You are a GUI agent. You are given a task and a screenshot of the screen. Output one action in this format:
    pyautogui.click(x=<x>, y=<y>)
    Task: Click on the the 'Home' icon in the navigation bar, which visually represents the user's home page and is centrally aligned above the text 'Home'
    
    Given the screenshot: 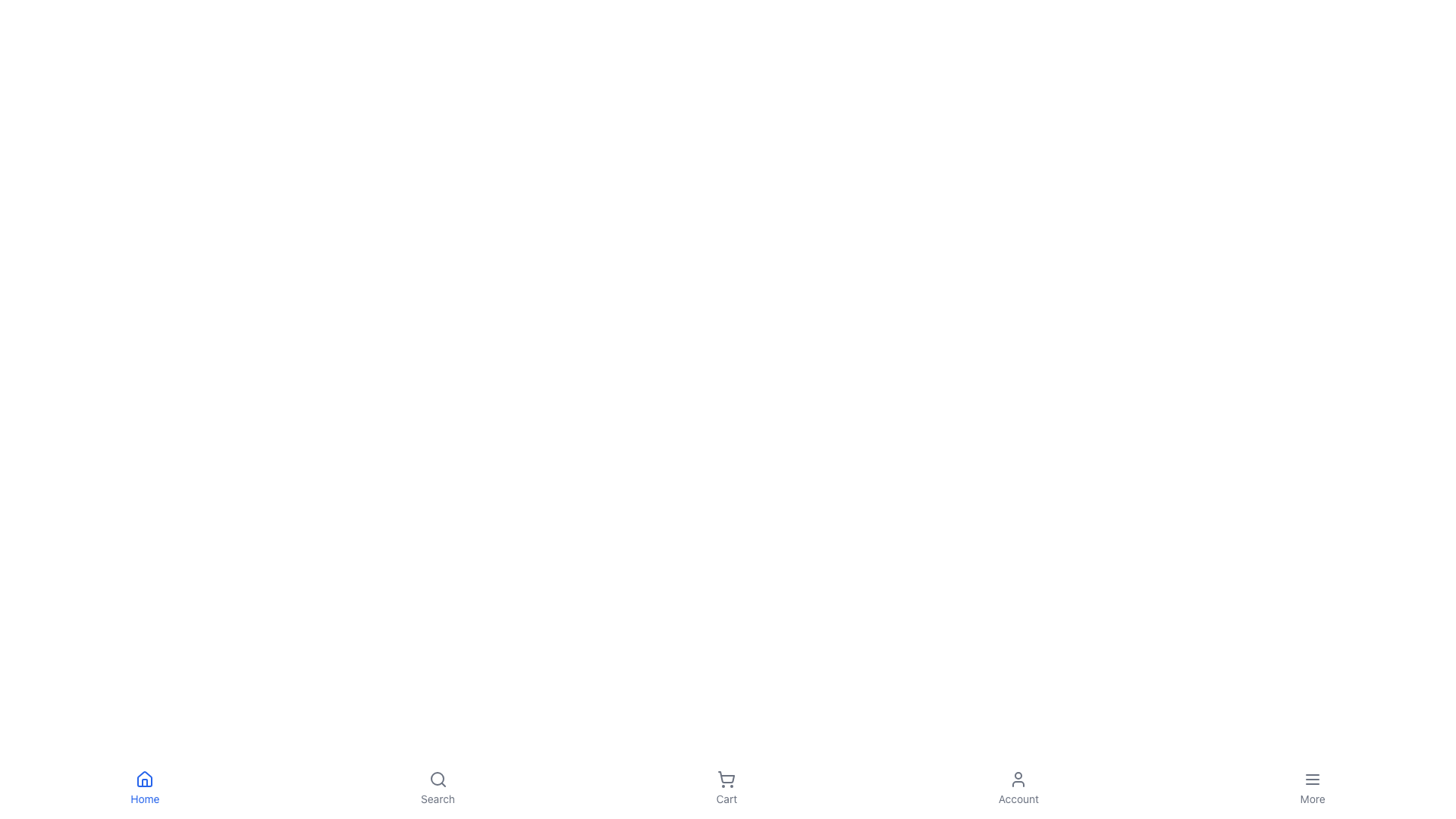 What is the action you would take?
    pyautogui.click(x=145, y=780)
    